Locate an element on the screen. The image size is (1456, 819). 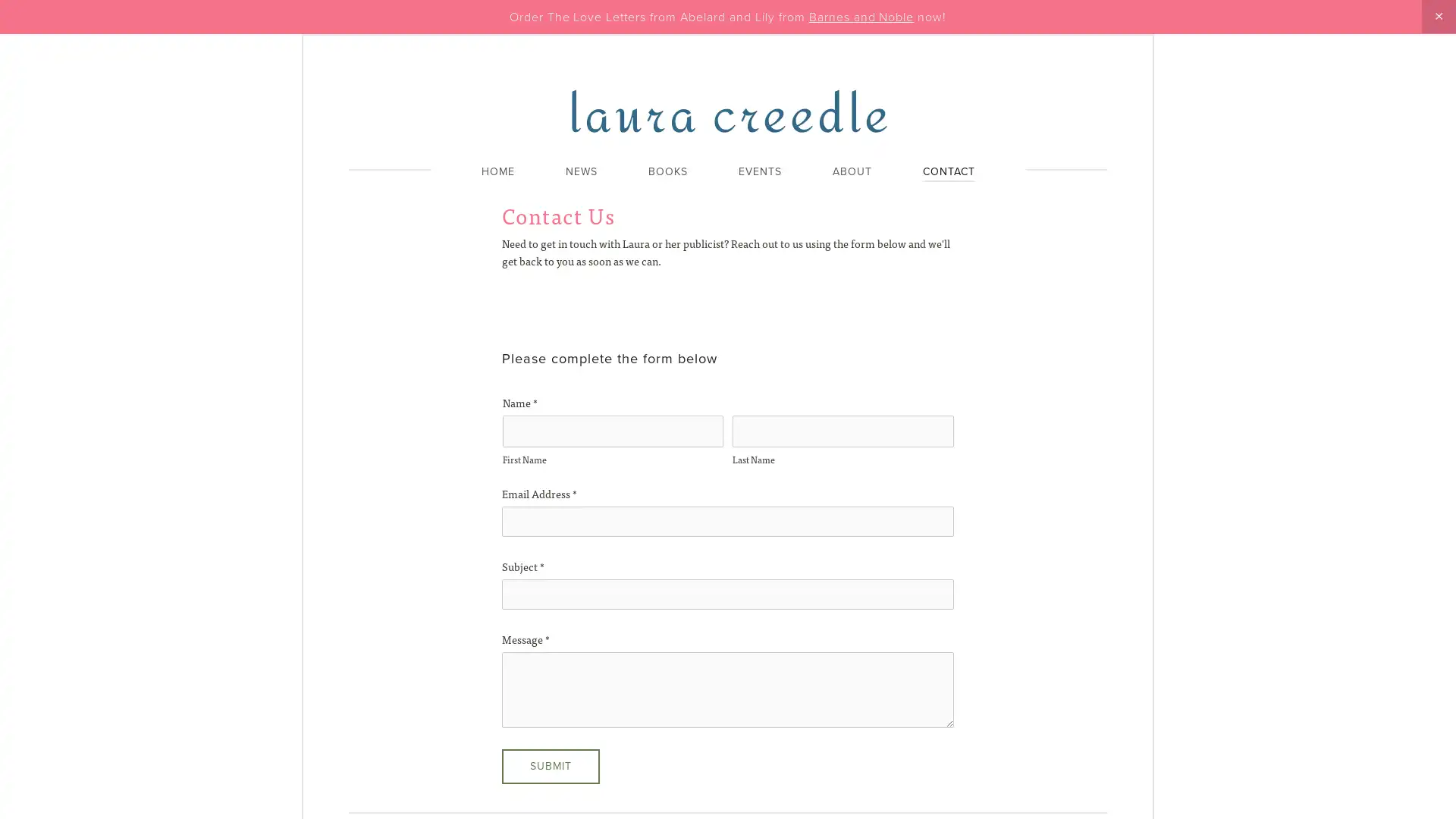
Submit is located at coordinates (550, 766).